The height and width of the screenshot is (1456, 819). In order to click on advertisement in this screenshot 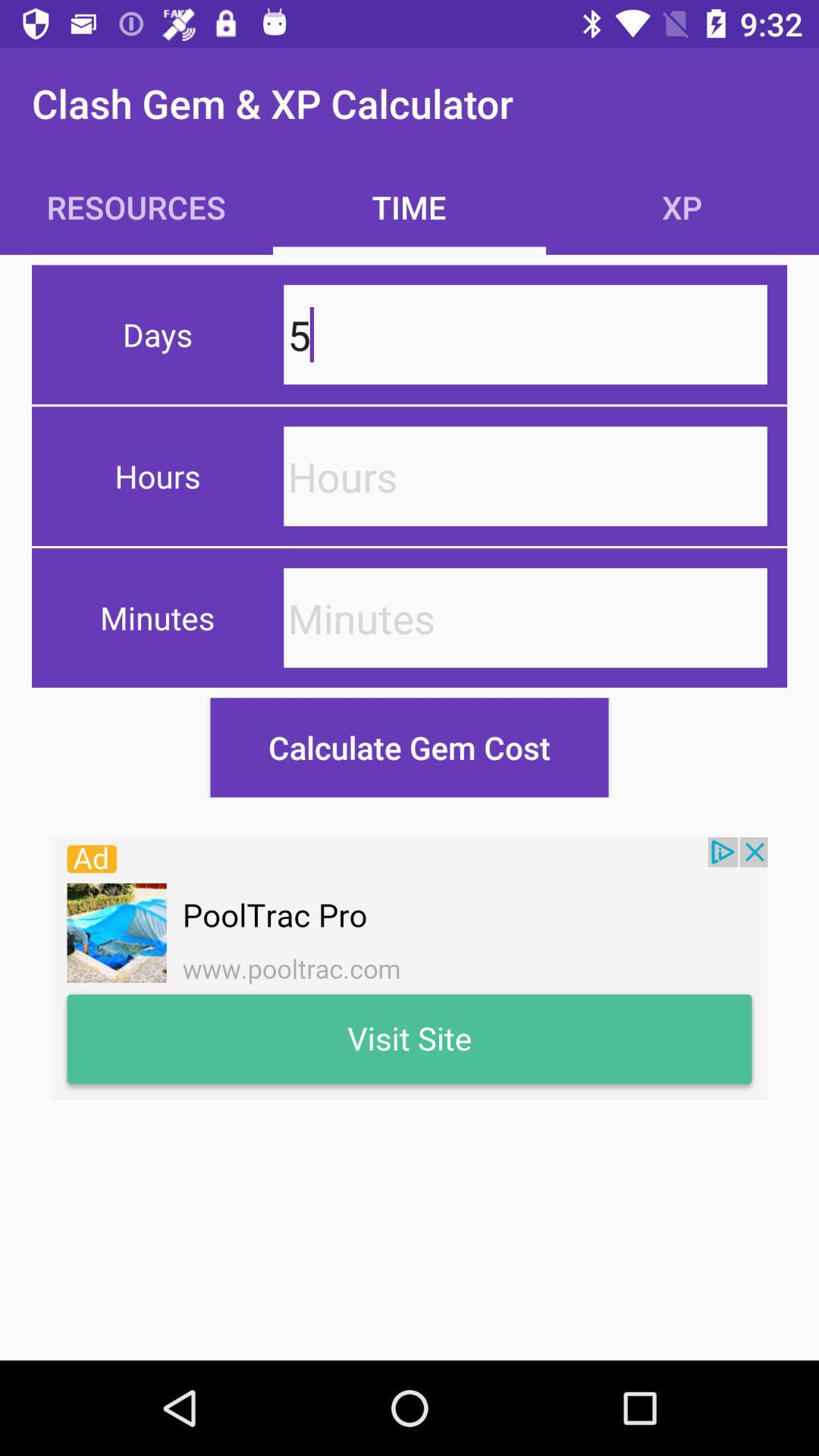, I will do `click(409, 968)`.